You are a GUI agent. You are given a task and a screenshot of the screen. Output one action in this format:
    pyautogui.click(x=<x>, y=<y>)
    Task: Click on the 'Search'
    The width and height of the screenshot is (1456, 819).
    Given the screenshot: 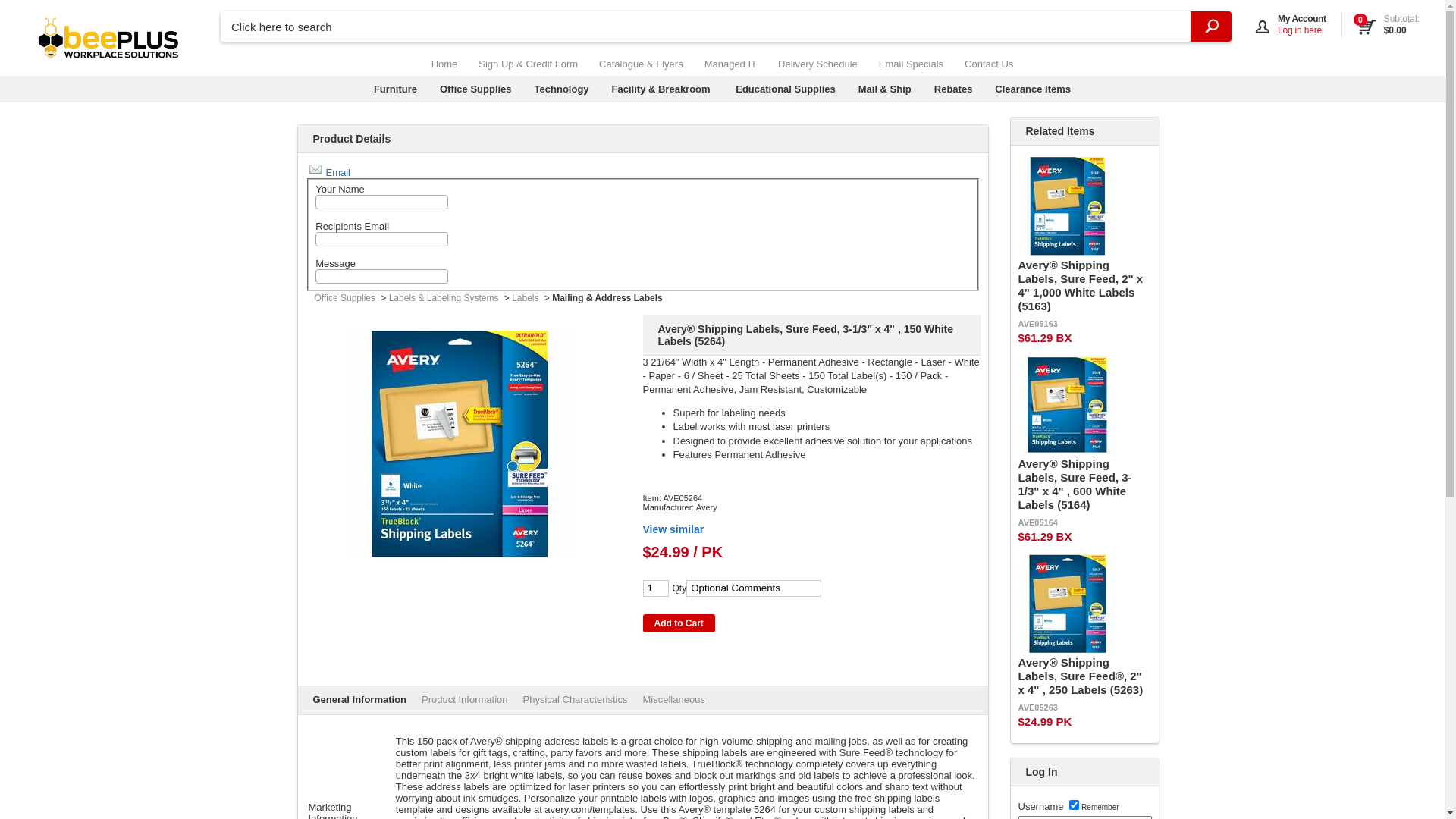 What is the action you would take?
    pyautogui.click(x=1210, y=26)
    